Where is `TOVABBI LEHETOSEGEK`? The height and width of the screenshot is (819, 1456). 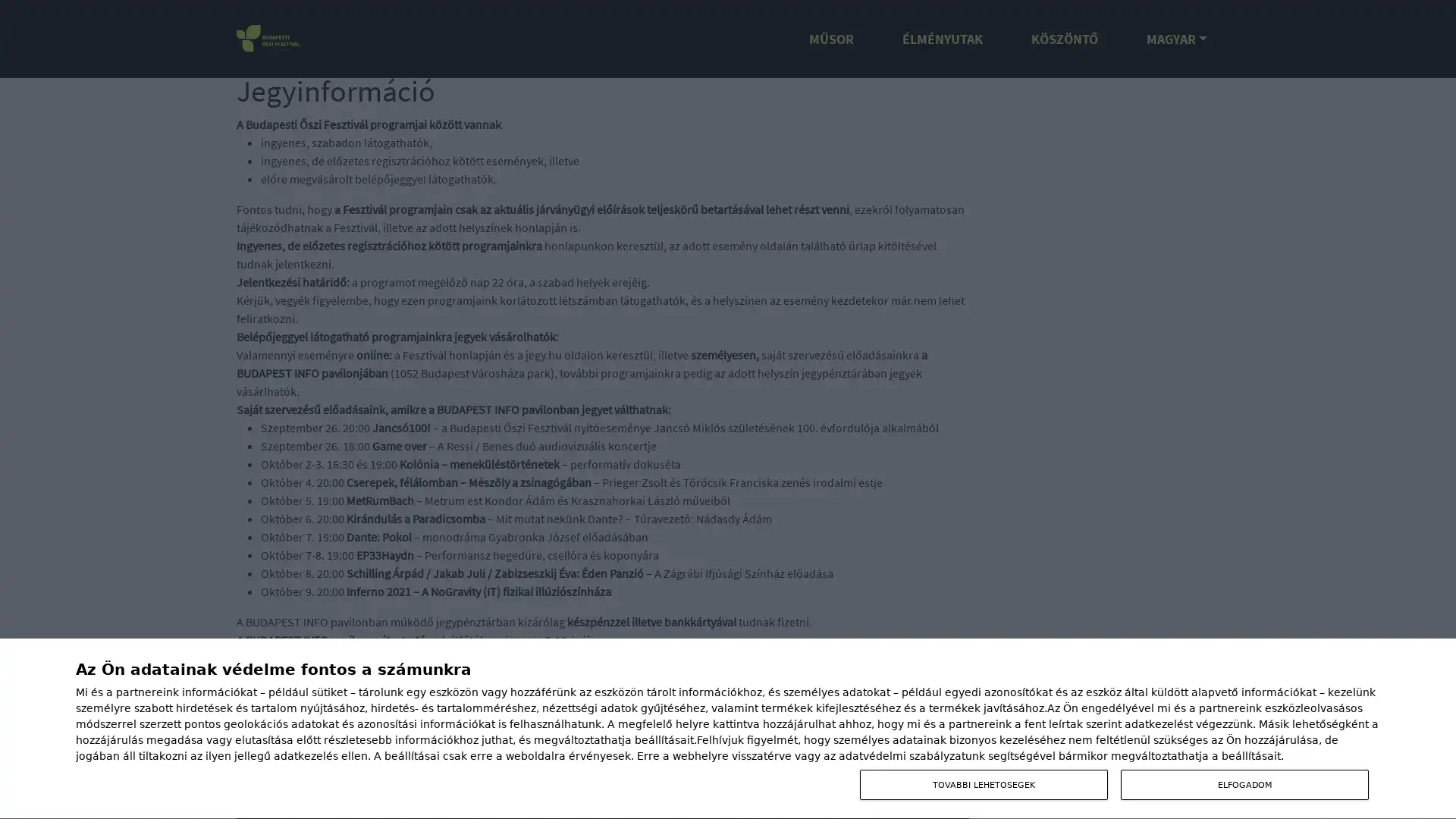 TOVABBI LEHETOSEGEK is located at coordinates (983, 784).